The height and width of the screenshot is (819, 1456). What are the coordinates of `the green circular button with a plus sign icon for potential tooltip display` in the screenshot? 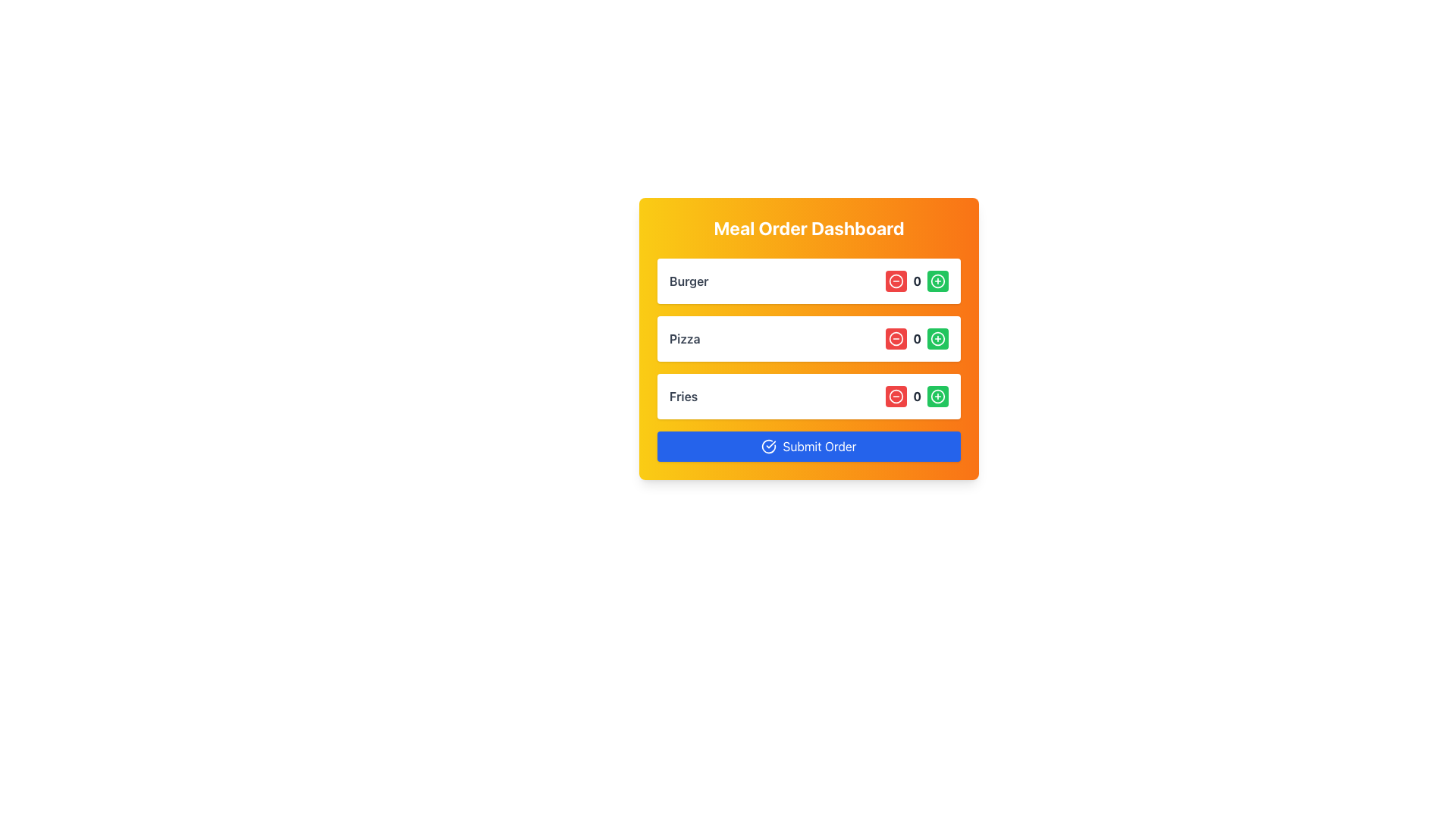 It's located at (937, 396).